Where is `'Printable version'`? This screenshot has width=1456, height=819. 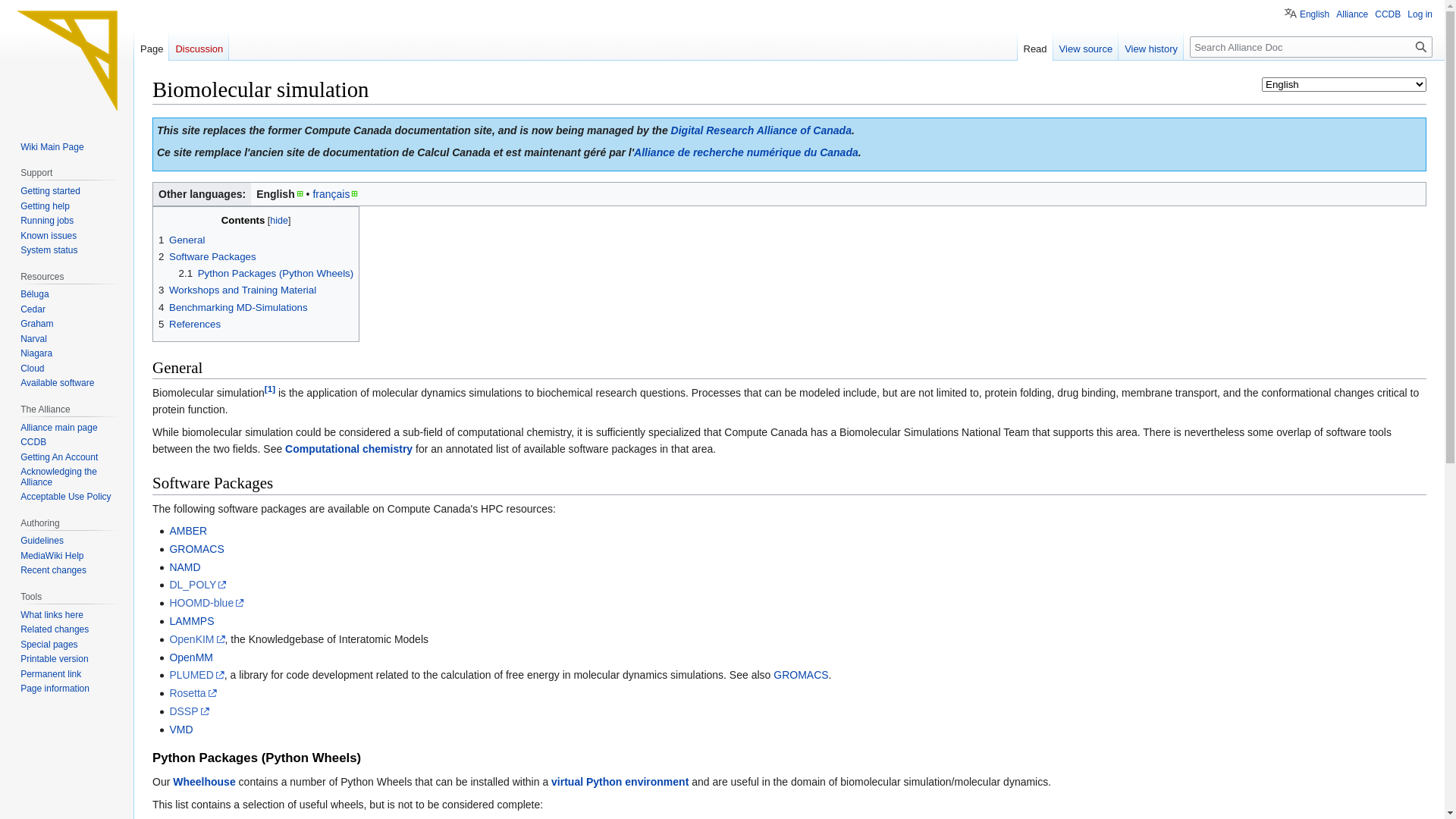 'Printable version' is located at coordinates (54, 657).